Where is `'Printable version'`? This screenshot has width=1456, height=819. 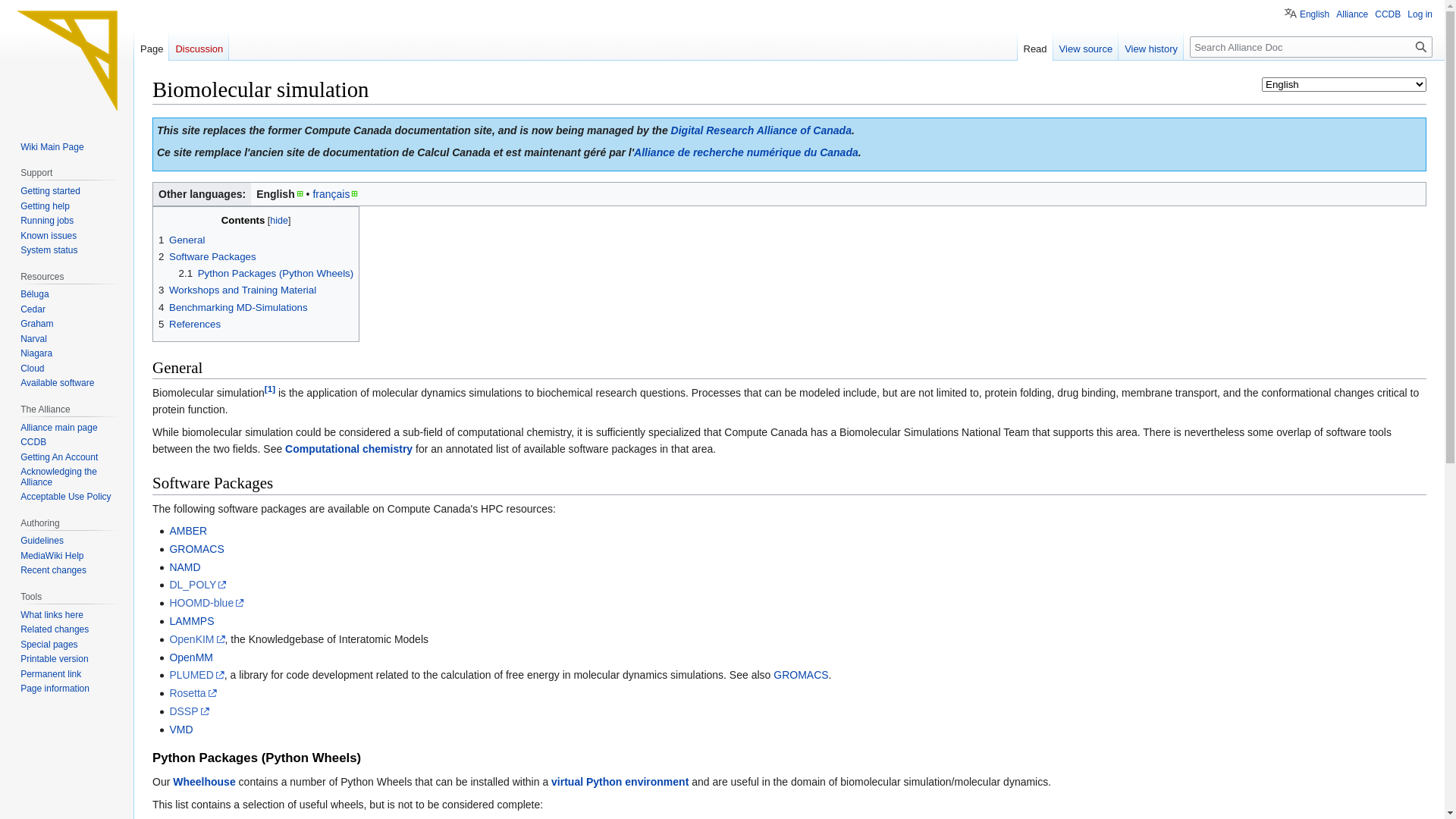 'Printable version' is located at coordinates (54, 657).